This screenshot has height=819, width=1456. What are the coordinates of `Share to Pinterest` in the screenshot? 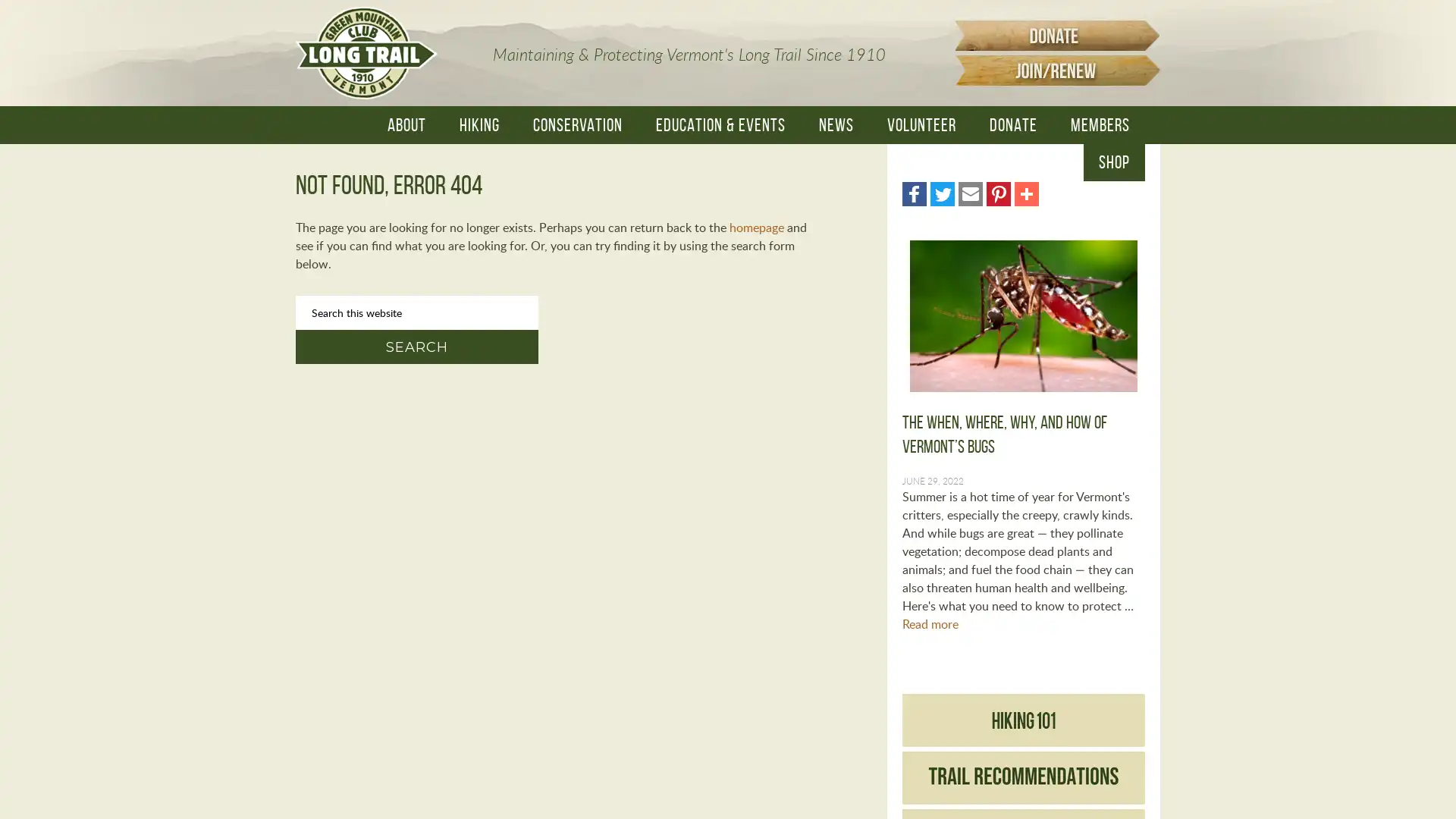 It's located at (998, 193).